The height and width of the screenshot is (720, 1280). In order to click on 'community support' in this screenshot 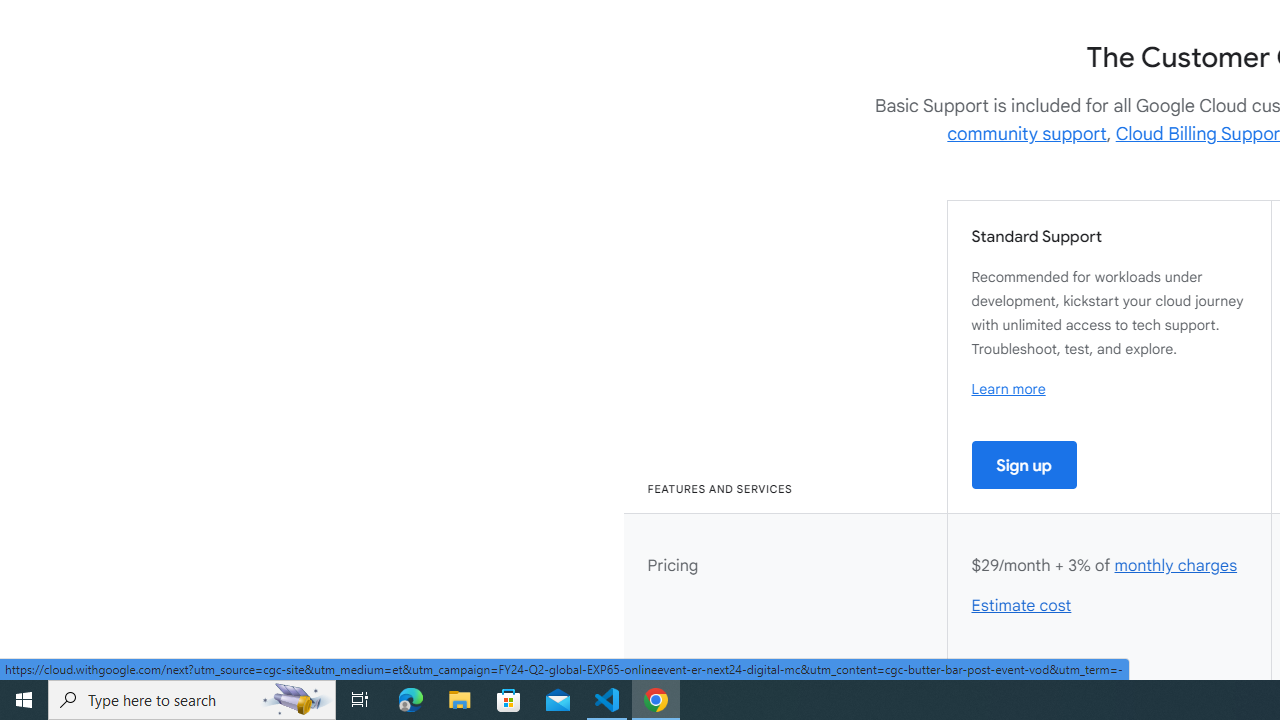, I will do `click(1027, 133)`.